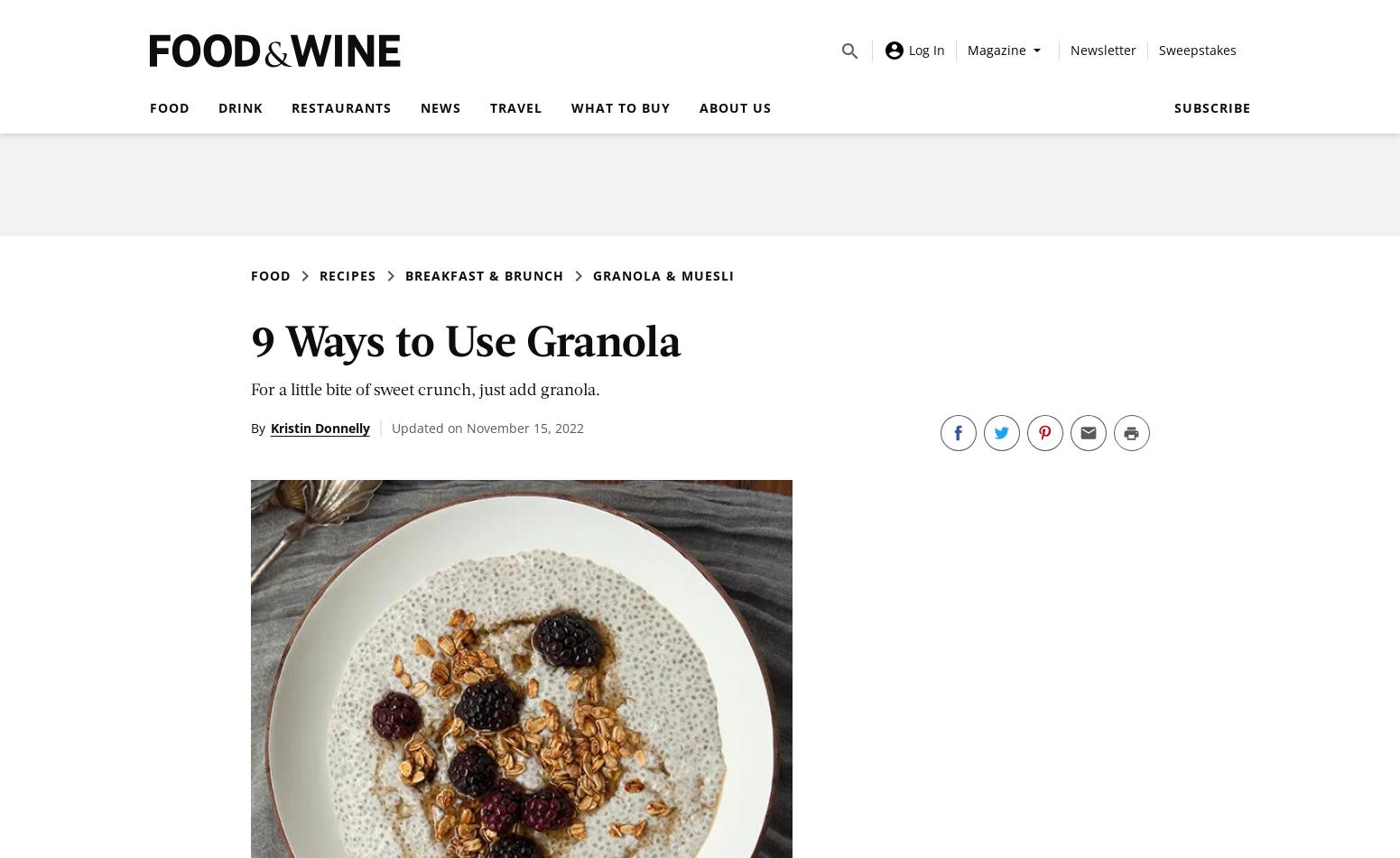  Describe the element at coordinates (318, 428) in the screenshot. I see `'Kristin Donnelly'` at that location.